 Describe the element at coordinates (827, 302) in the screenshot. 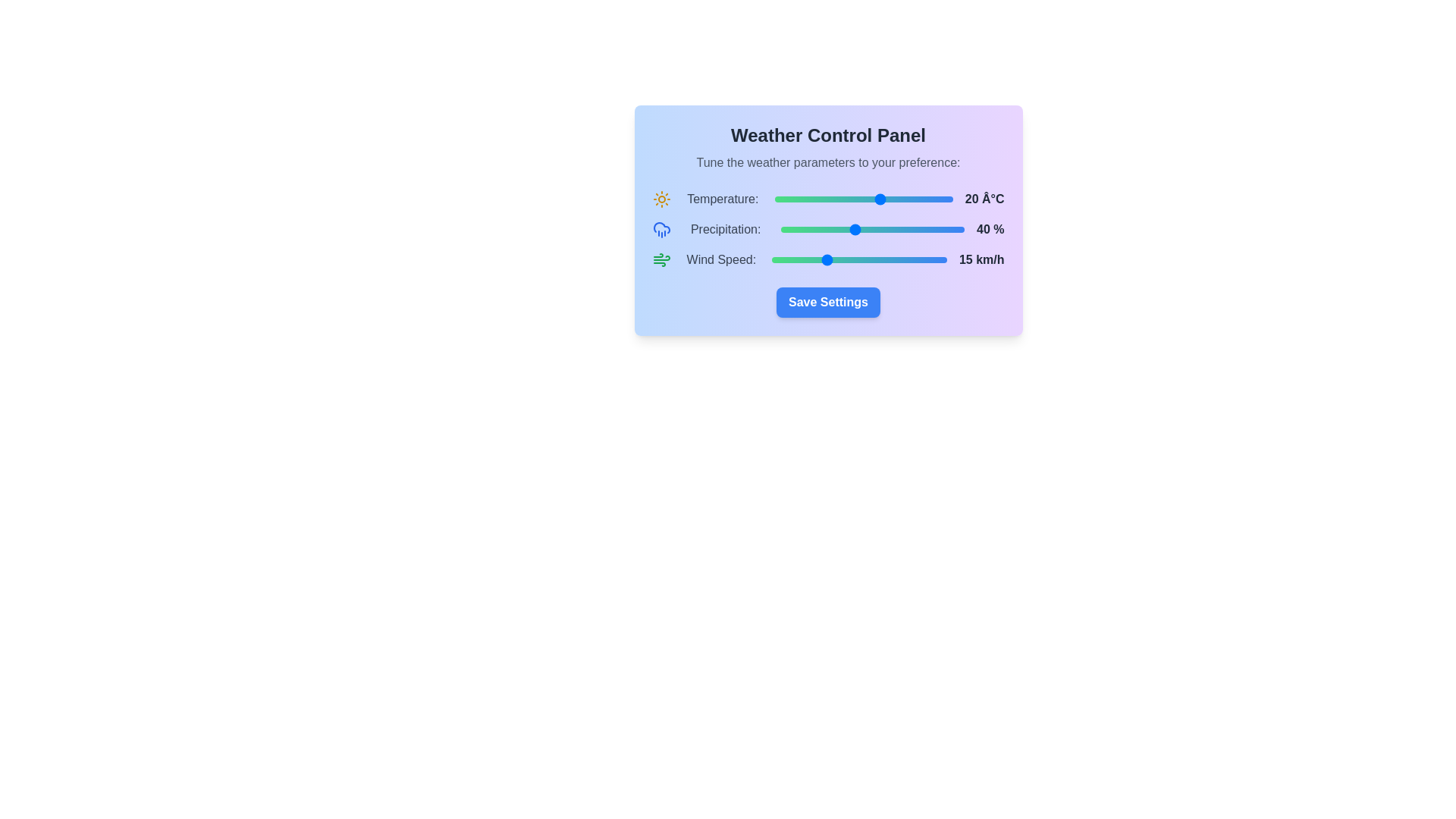

I see `the 'Save Settings' button in the Weather Control Panel` at that location.